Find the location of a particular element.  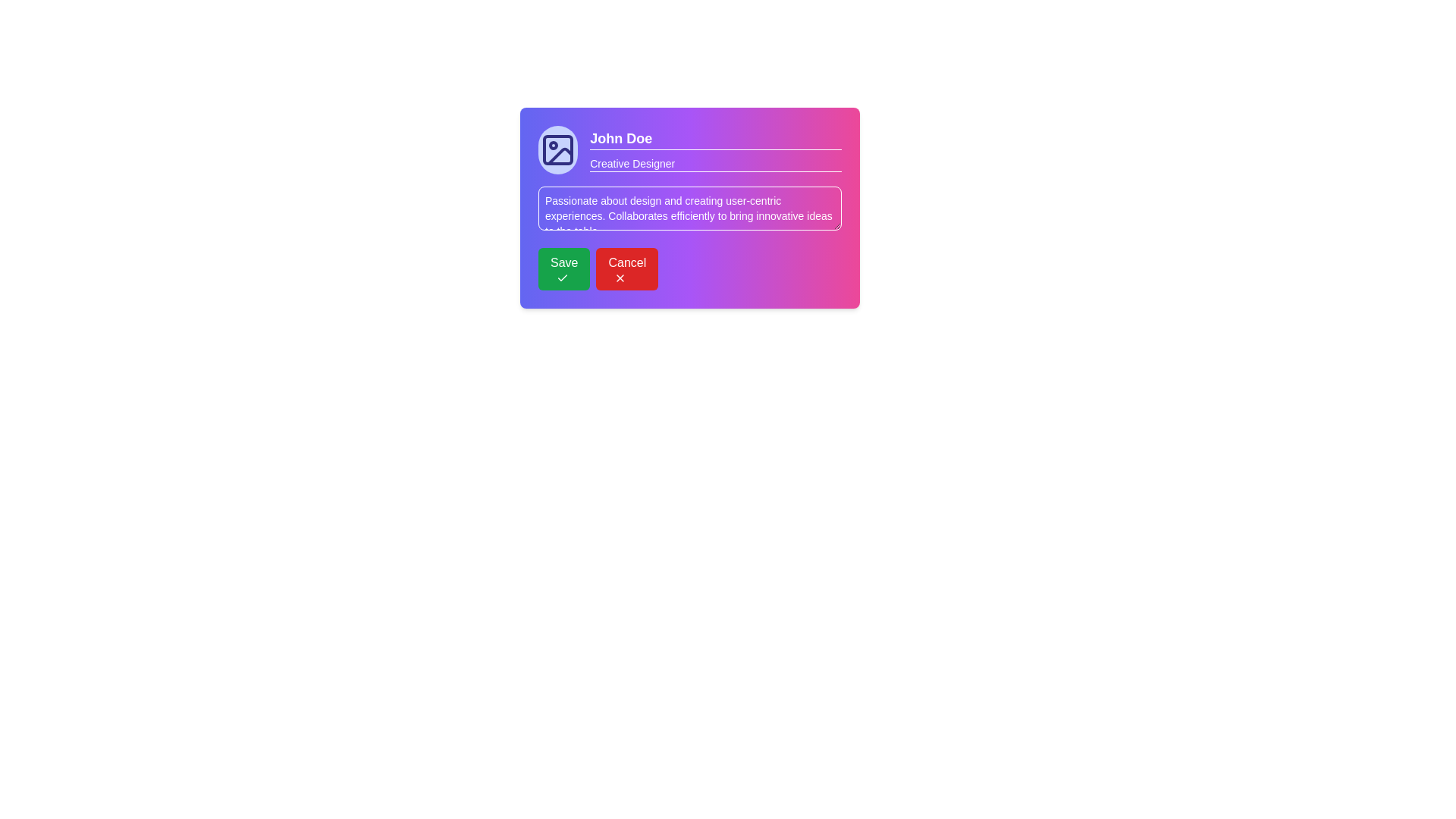

the Profile Placeholder Icon, which is the first item on the left in the card's header section, aligned with the text fields for 'John Doe' and 'Creative Designer' is located at coordinates (557, 149).